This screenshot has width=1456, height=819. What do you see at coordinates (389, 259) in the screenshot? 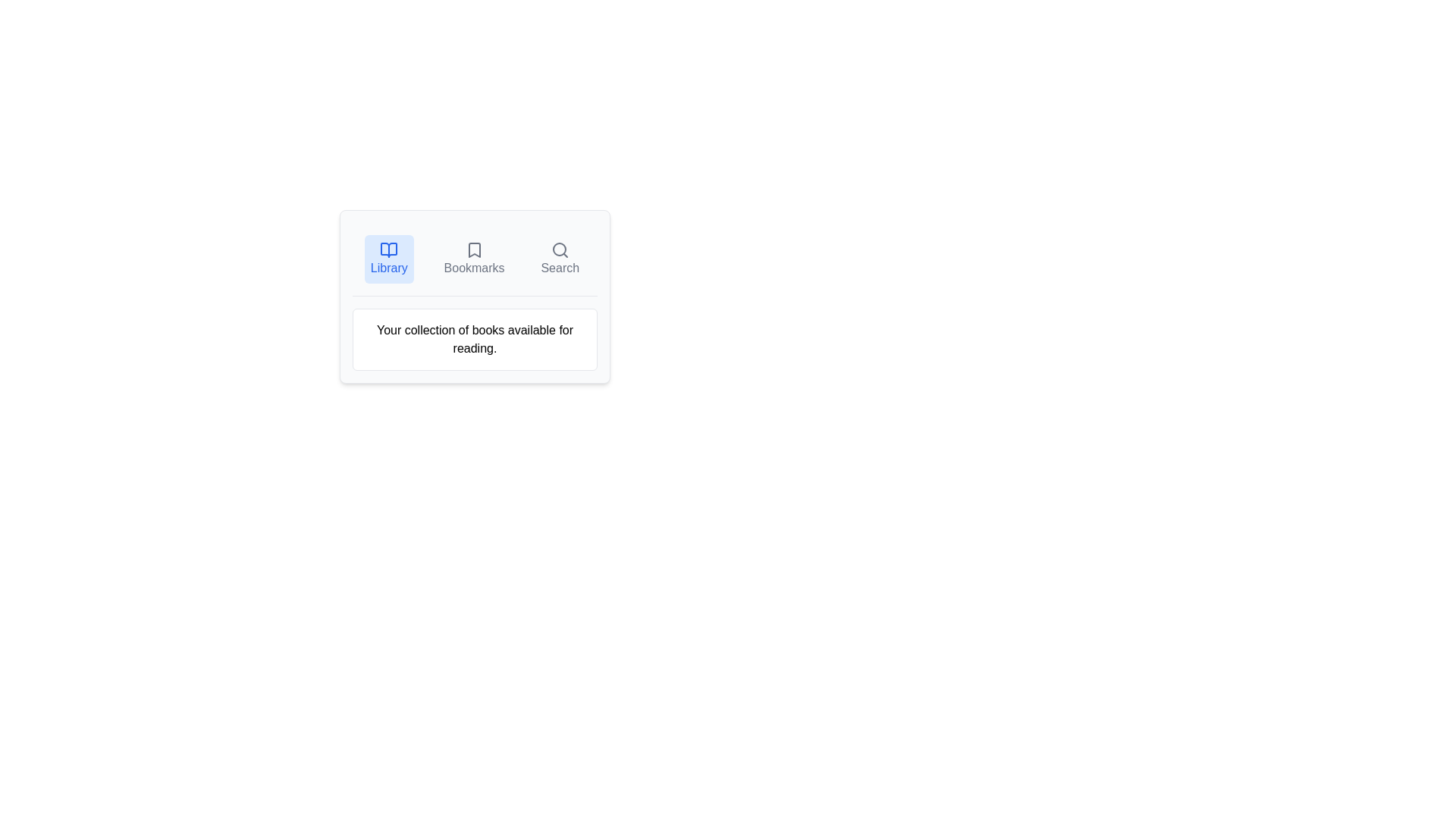
I see `the currently selected tab to ensure it is active` at bounding box center [389, 259].